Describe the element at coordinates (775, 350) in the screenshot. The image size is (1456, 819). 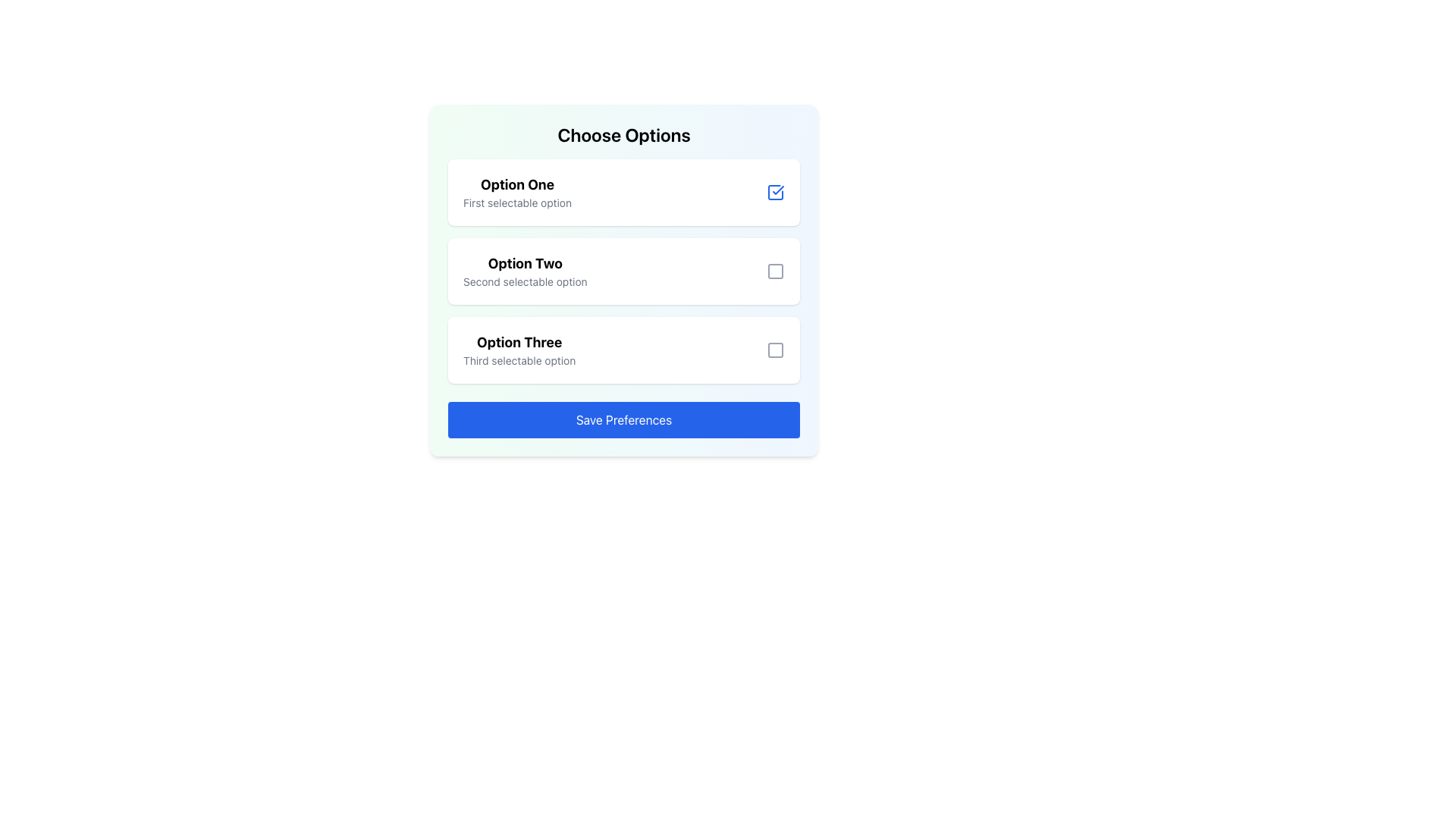
I see `the graphical icon or checkbox located in the third option box titled 'Option Three'` at that location.